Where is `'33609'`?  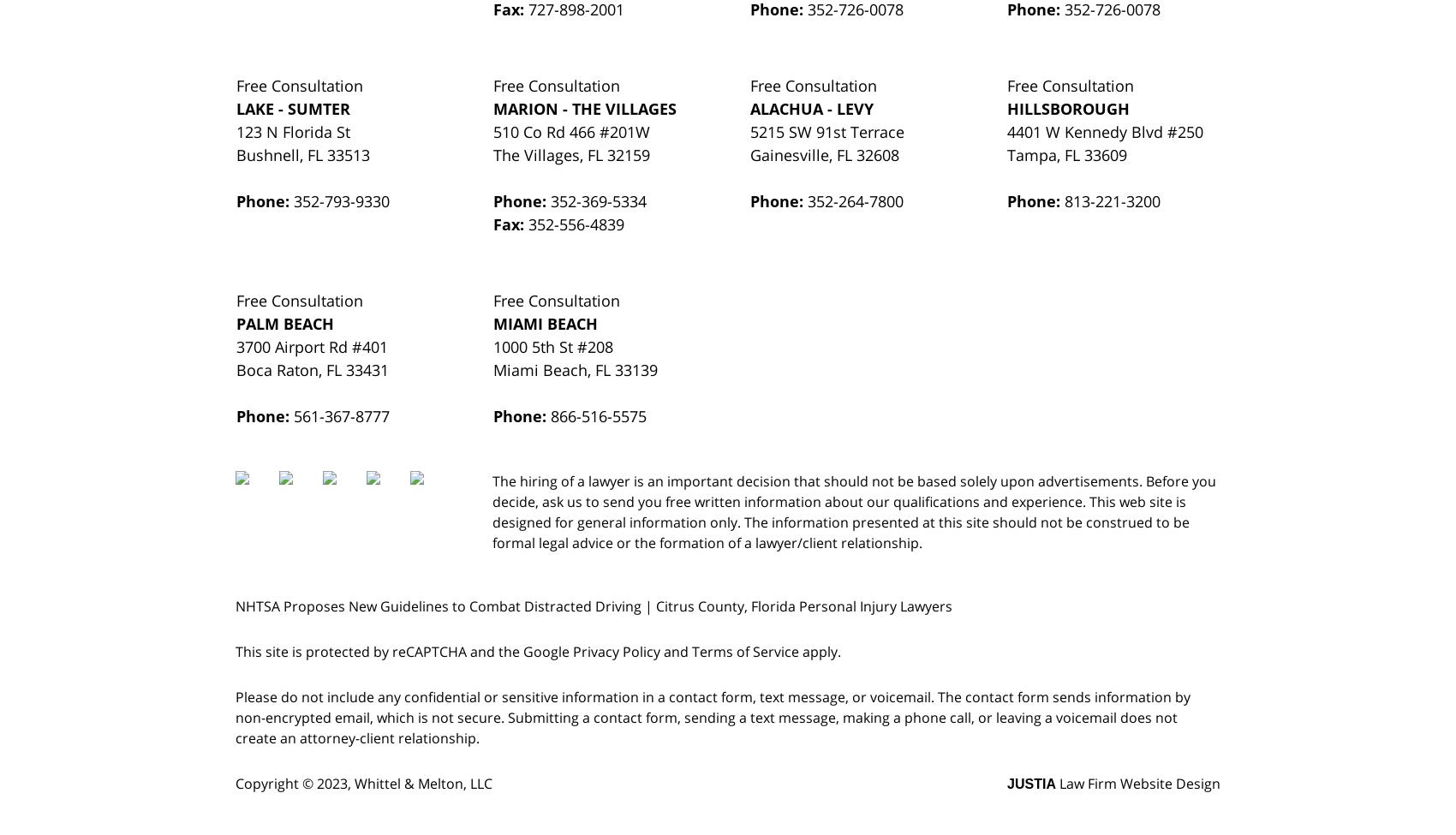 '33609' is located at coordinates (1105, 153).